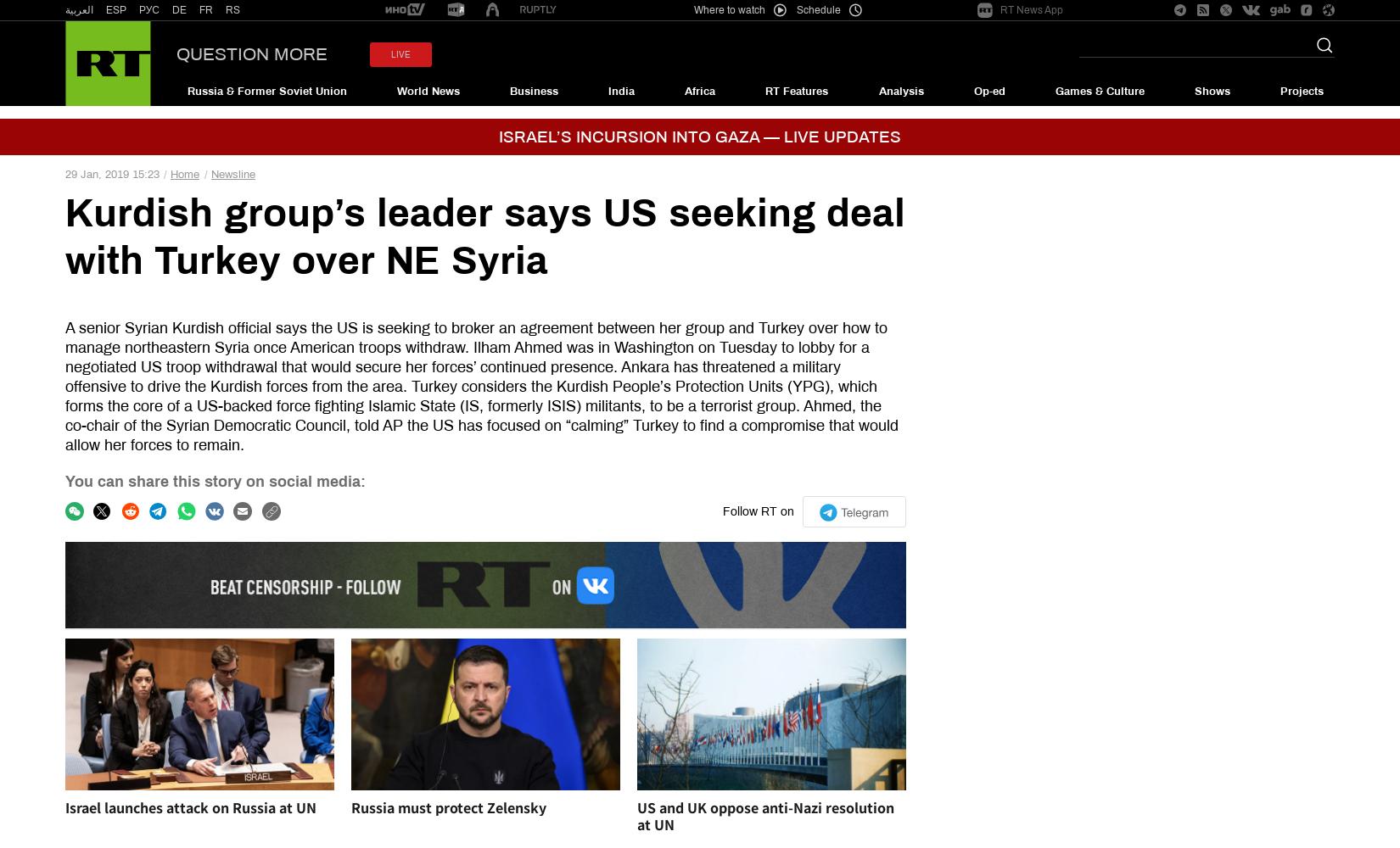 The image size is (1400, 848). Describe the element at coordinates (210, 174) in the screenshot. I see `'Newsline'` at that location.